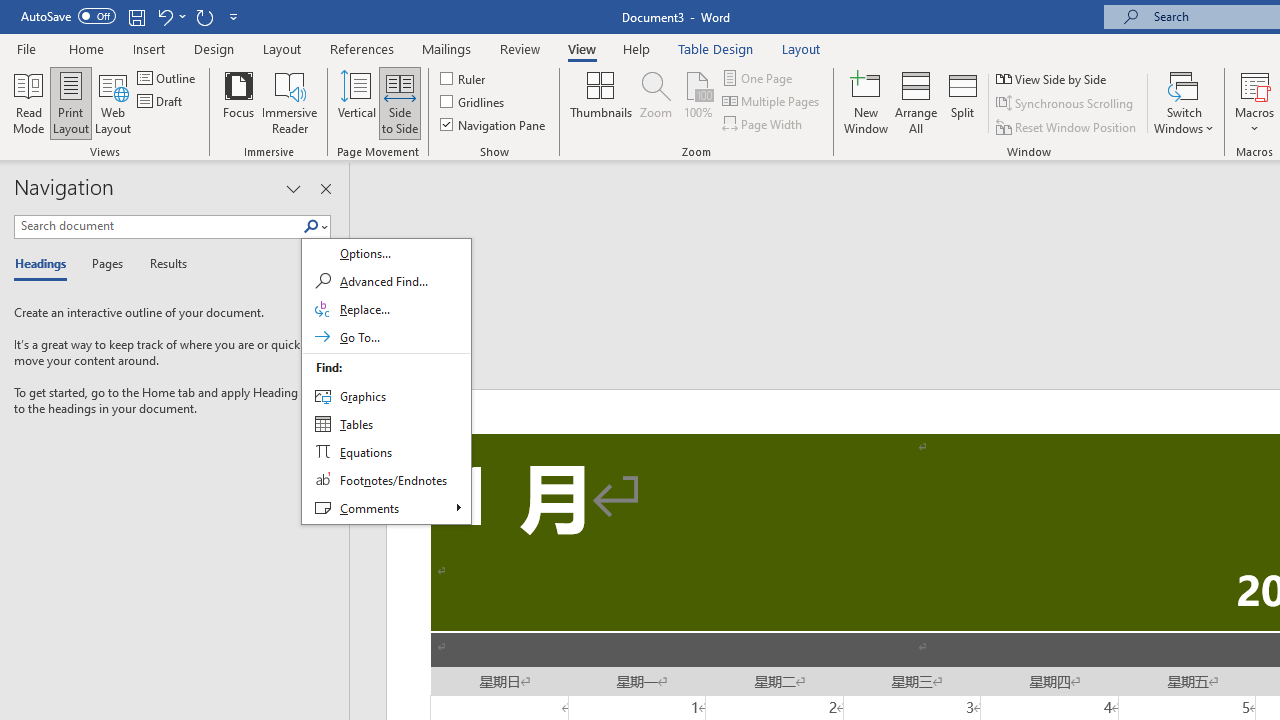  Describe the element at coordinates (1254, 103) in the screenshot. I see `'Macros'` at that location.